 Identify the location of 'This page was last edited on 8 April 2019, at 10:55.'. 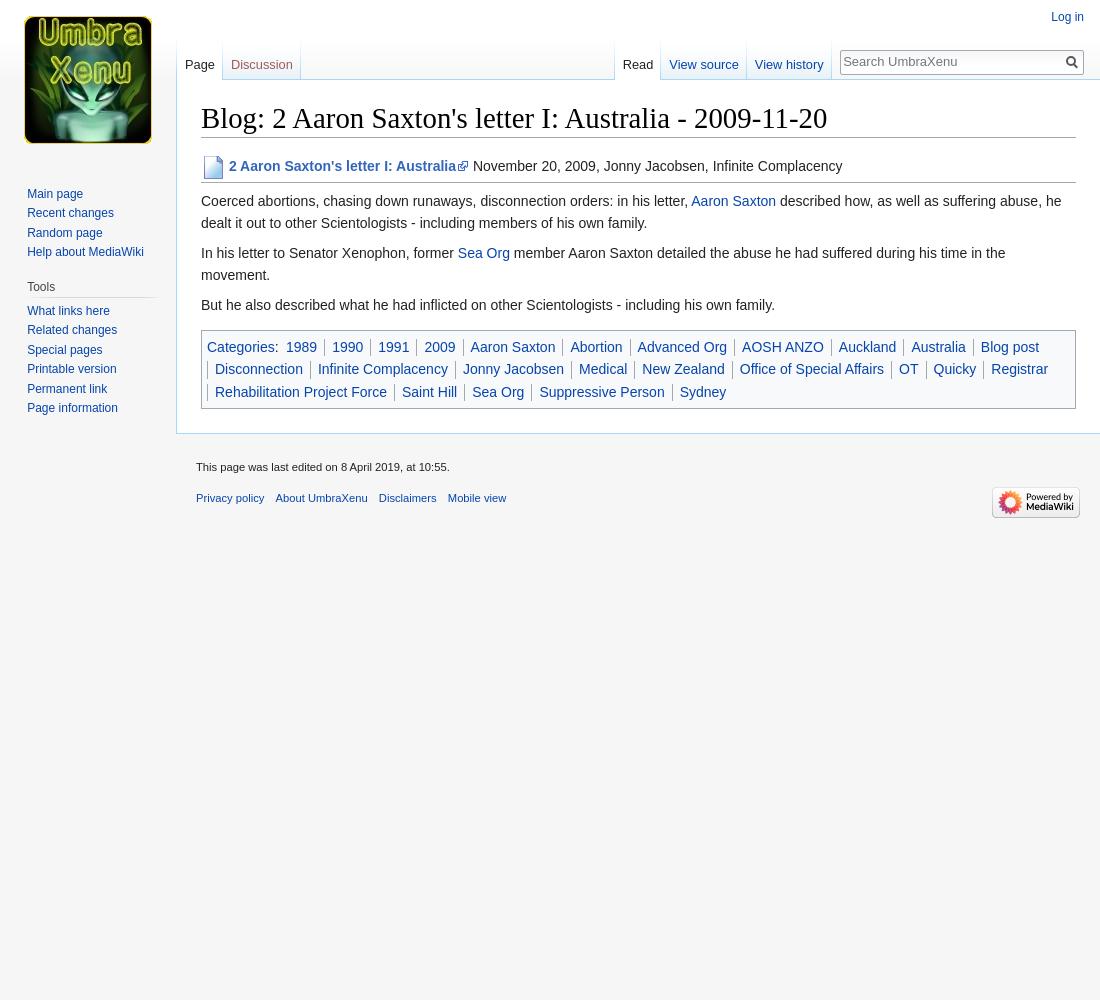
(321, 465).